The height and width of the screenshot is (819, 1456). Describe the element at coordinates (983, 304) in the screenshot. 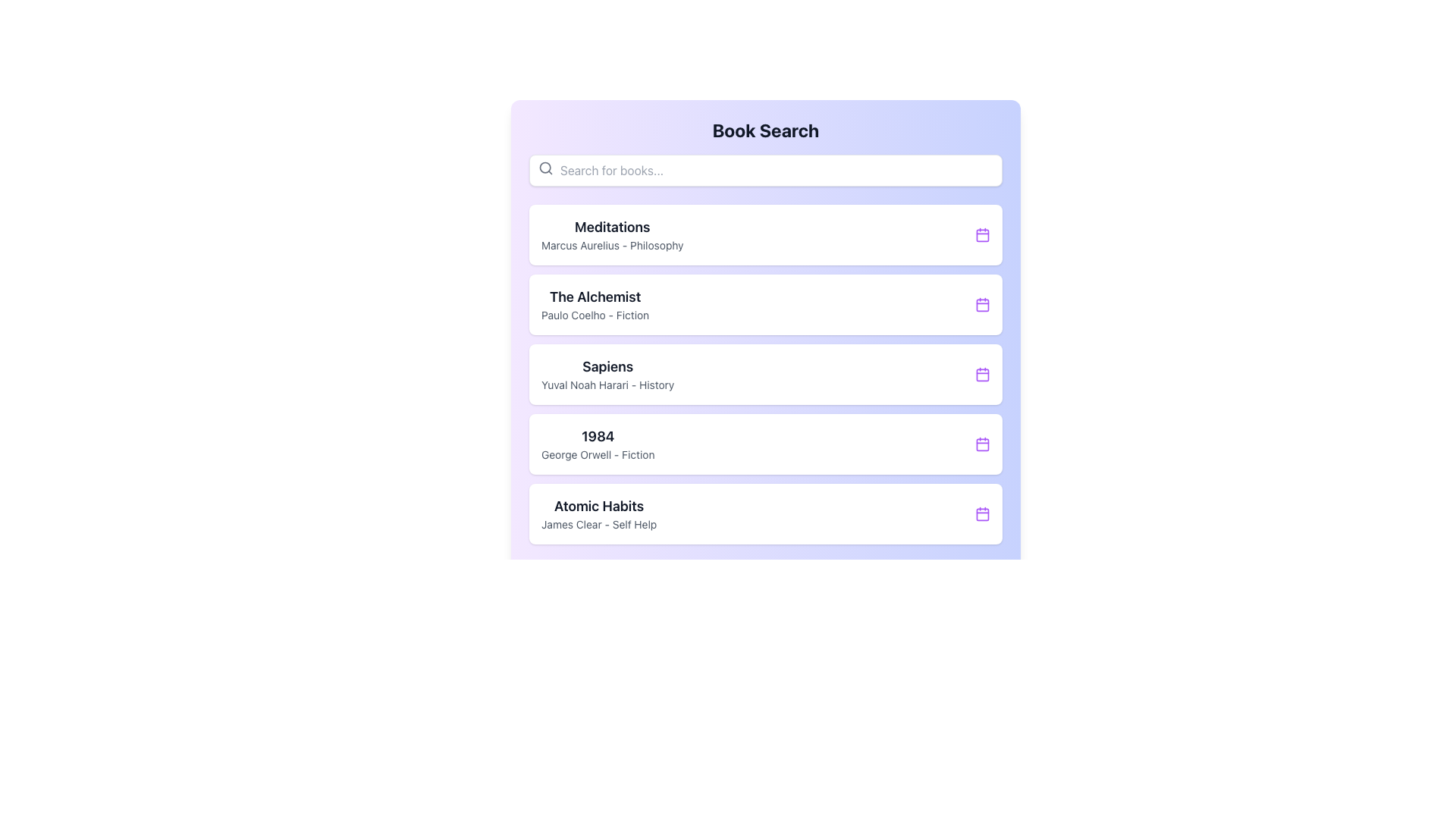

I see `the date-related icon located in the rightmost section of 'The Alchemist' card, next to 'Paulo Coelho - Fiction'` at that location.